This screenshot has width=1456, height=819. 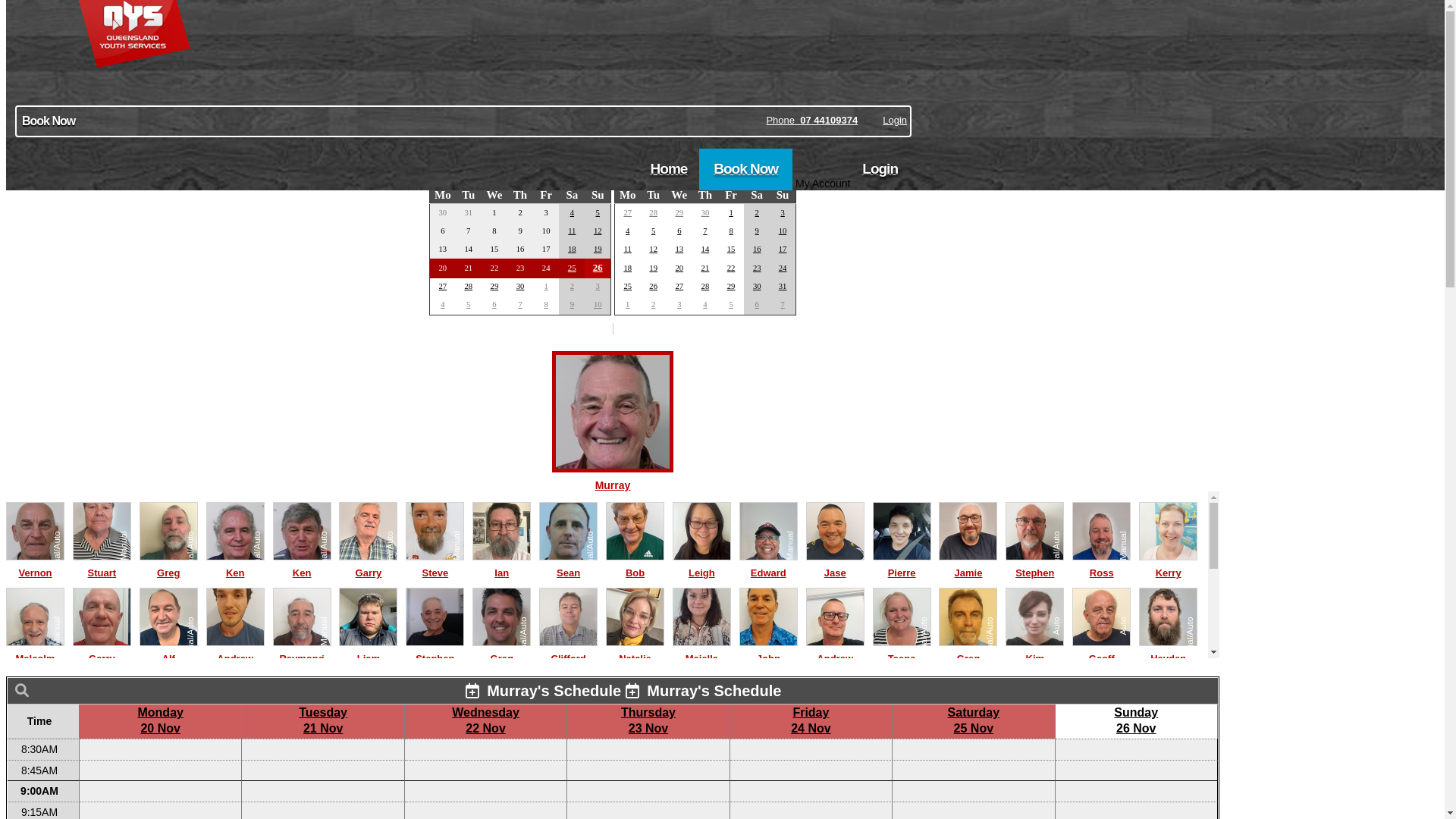 What do you see at coordinates (810, 719) in the screenshot?
I see `'Friday` at bounding box center [810, 719].